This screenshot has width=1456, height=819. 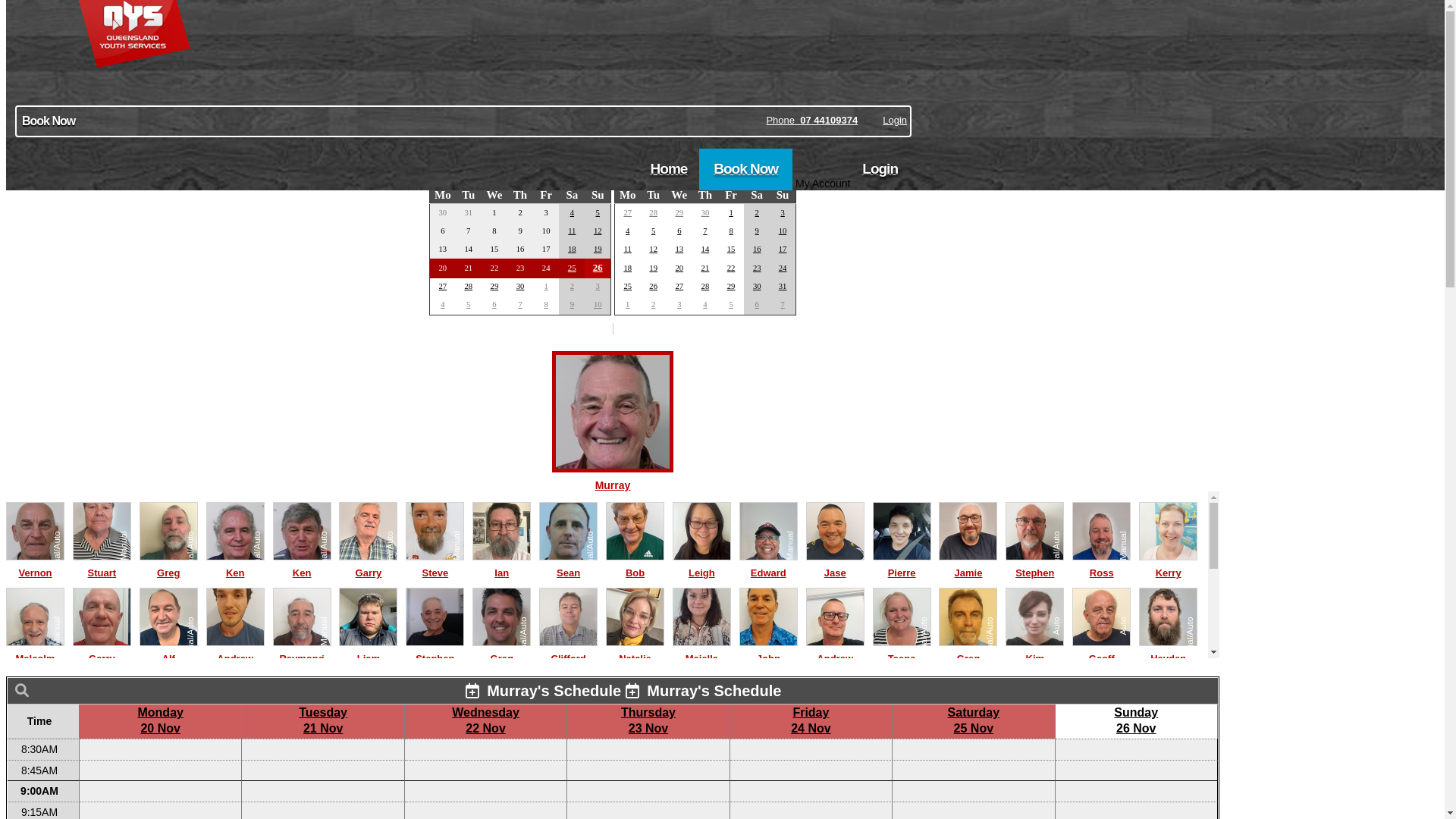 What do you see at coordinates (810, 719) in the screenshot?
I see `'Friday` at bounding box center [810, 719].